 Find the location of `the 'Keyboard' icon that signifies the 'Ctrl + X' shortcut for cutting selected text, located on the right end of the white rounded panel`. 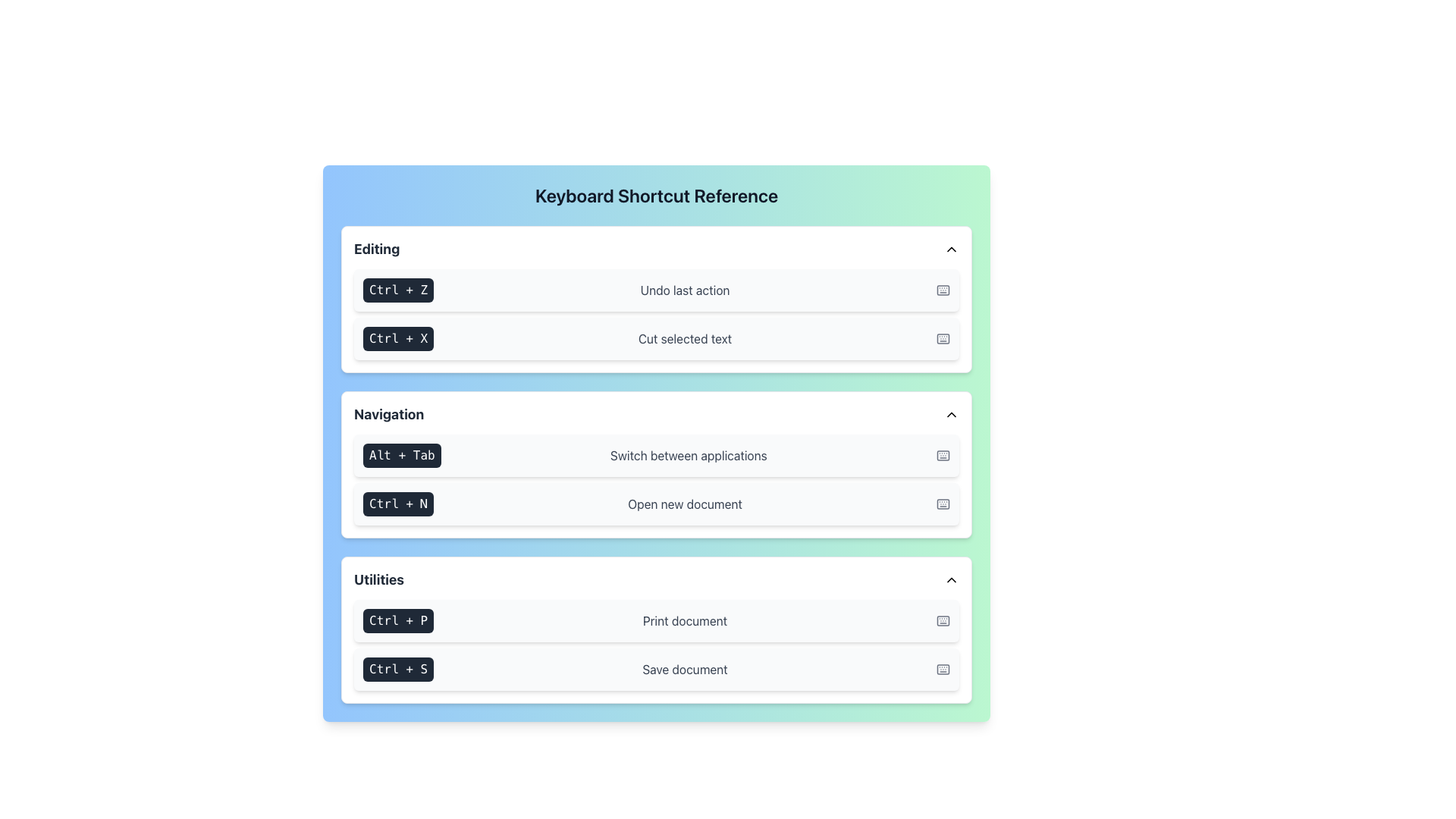

the 'Keyboard' icon that signifies the 'Ctrl + X' shortcut for cutting selected text, located on the right end of the white rounded panel is located at coordinates (942, 338).